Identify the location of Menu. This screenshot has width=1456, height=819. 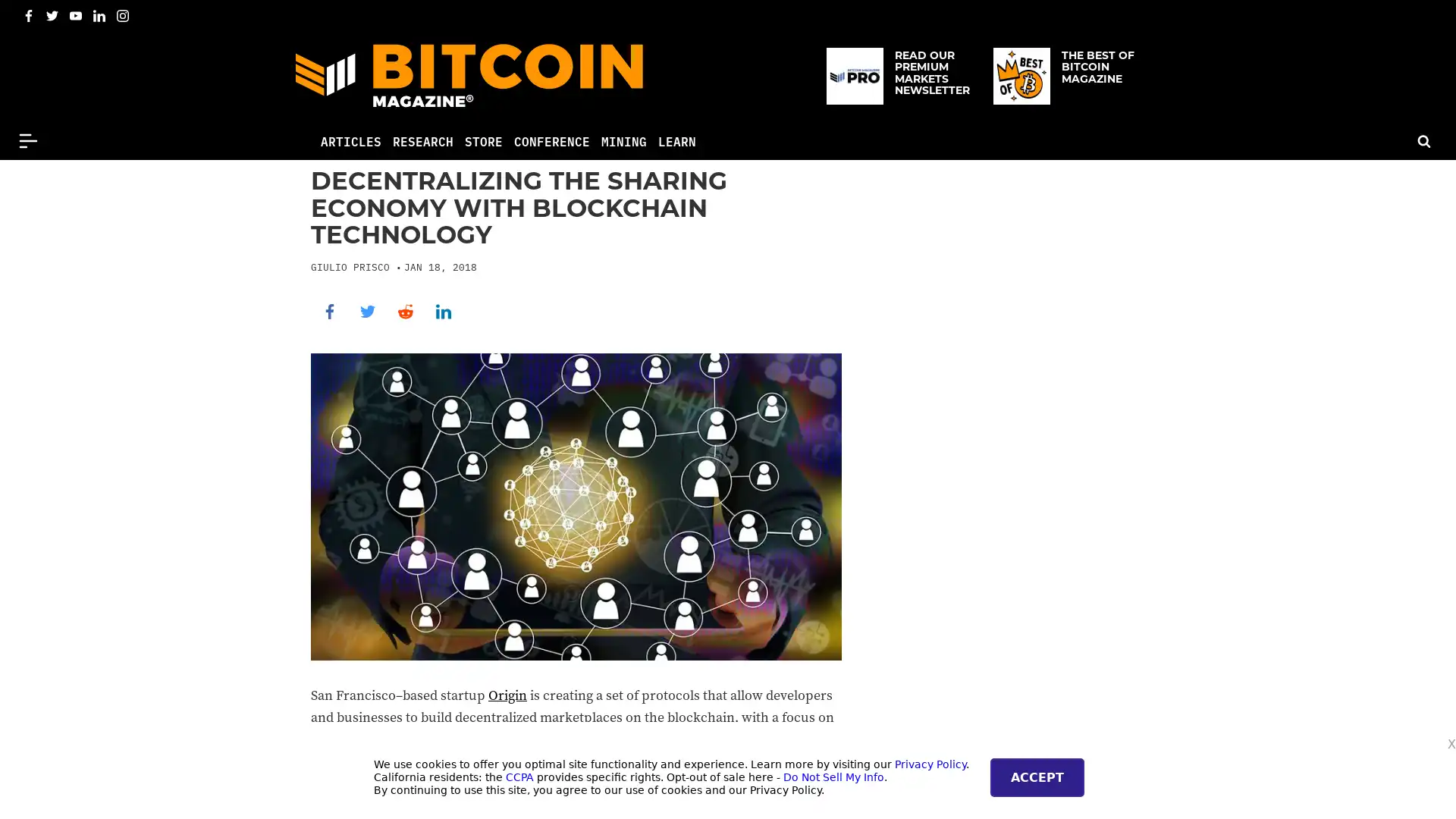
(28, 140).